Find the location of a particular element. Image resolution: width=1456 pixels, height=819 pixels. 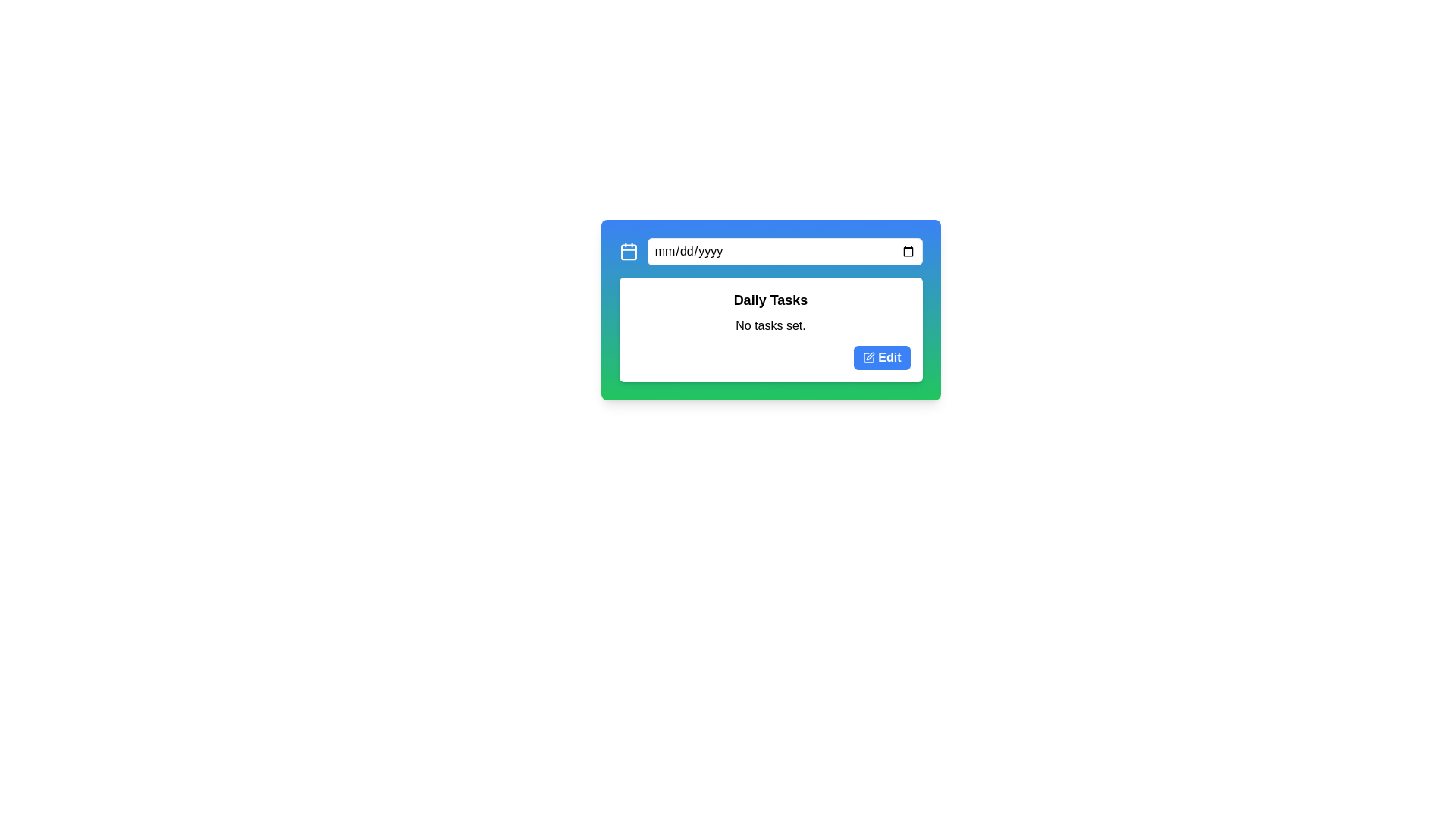

the Static Text element that displays 'No tasks set.' located directly under the heading 'Daily Tasks' in a white card component is located at coordinates (770, 327).